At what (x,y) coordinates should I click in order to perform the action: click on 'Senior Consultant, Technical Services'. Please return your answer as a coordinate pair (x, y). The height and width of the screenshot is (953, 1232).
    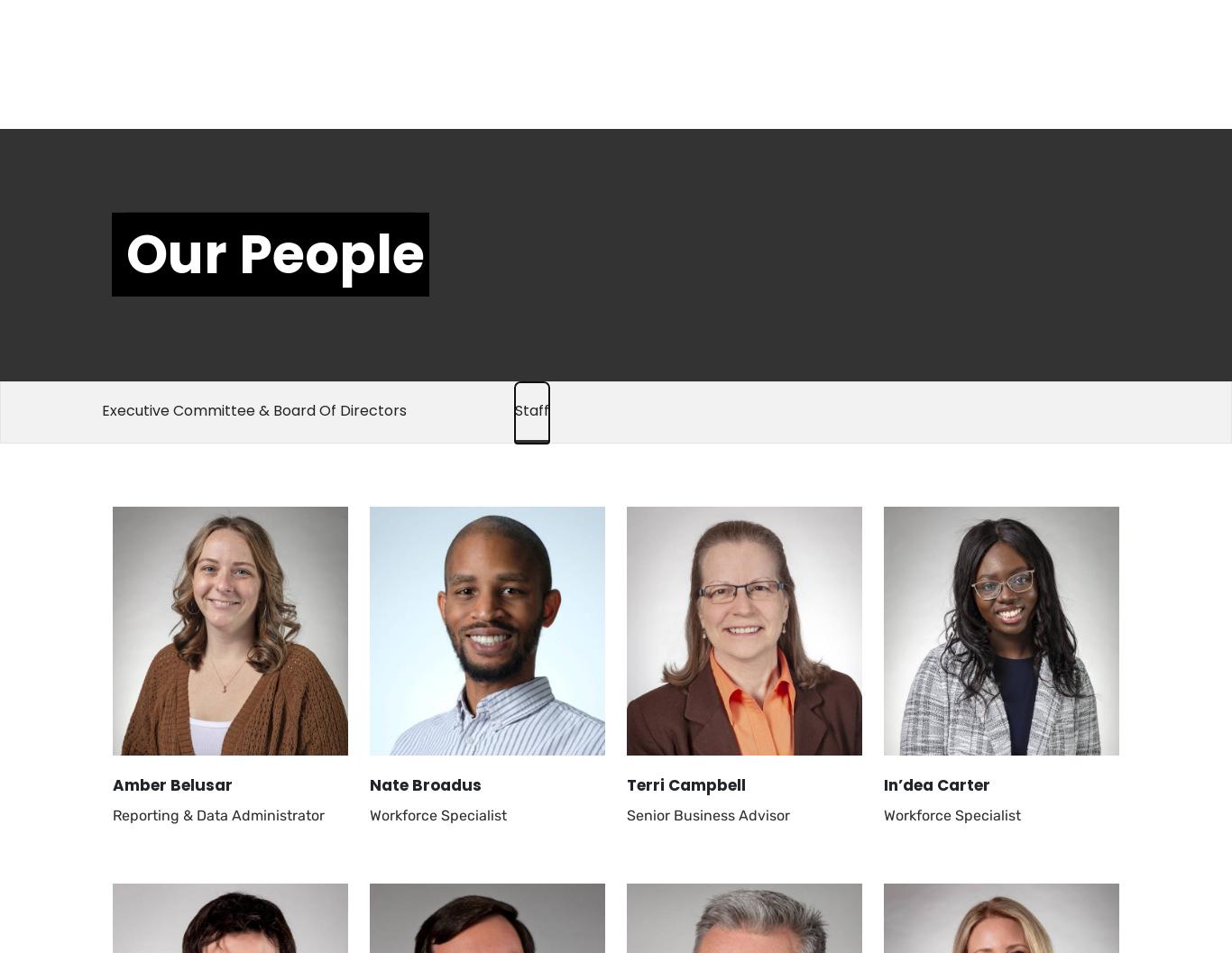
    Looking at the image, I should click on (208, 98).